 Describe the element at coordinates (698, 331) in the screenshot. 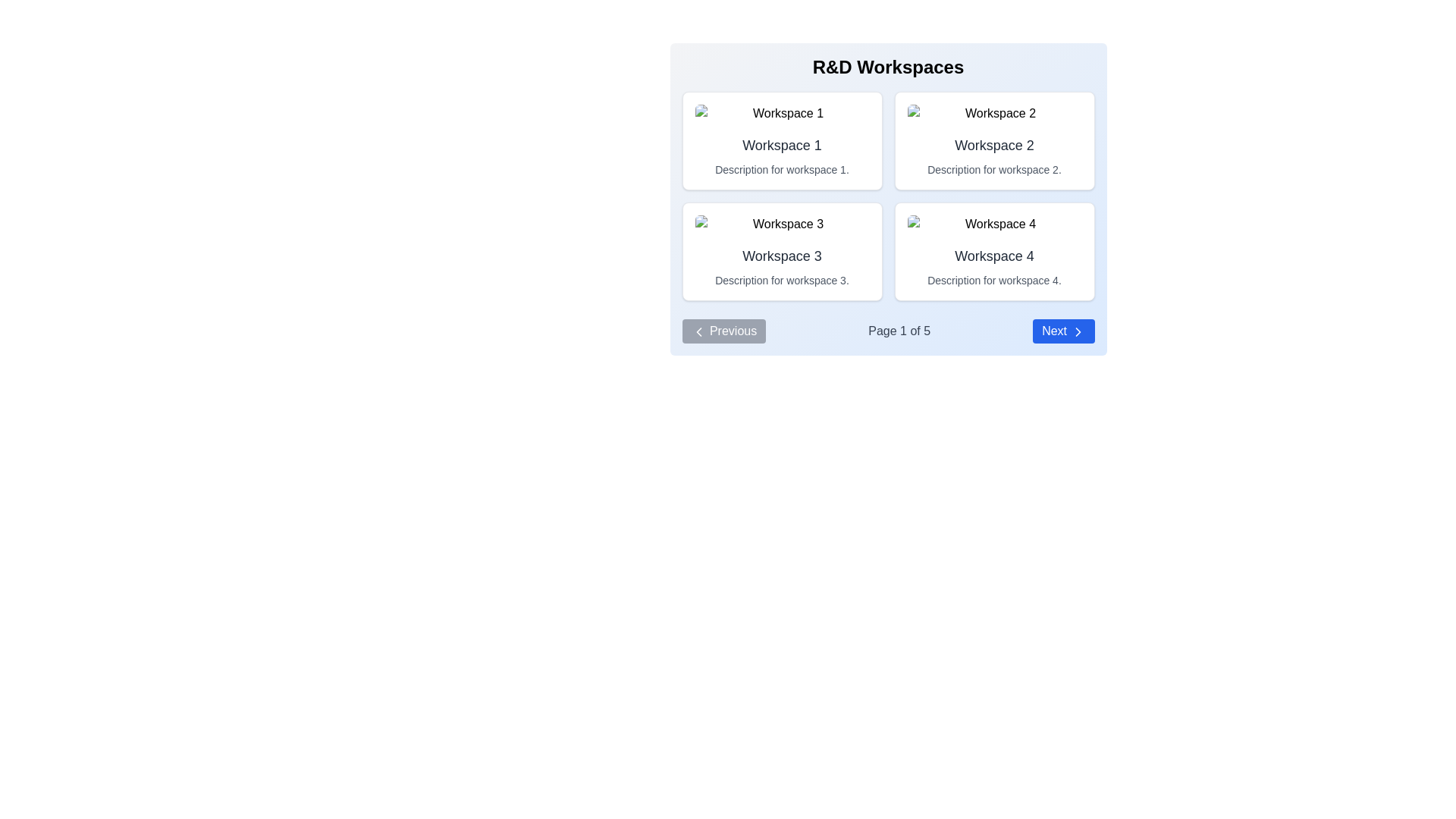

I see `the left-pointing chevron icon located inside the 'Previous' button at the bottom left corner of the interface` at that location.